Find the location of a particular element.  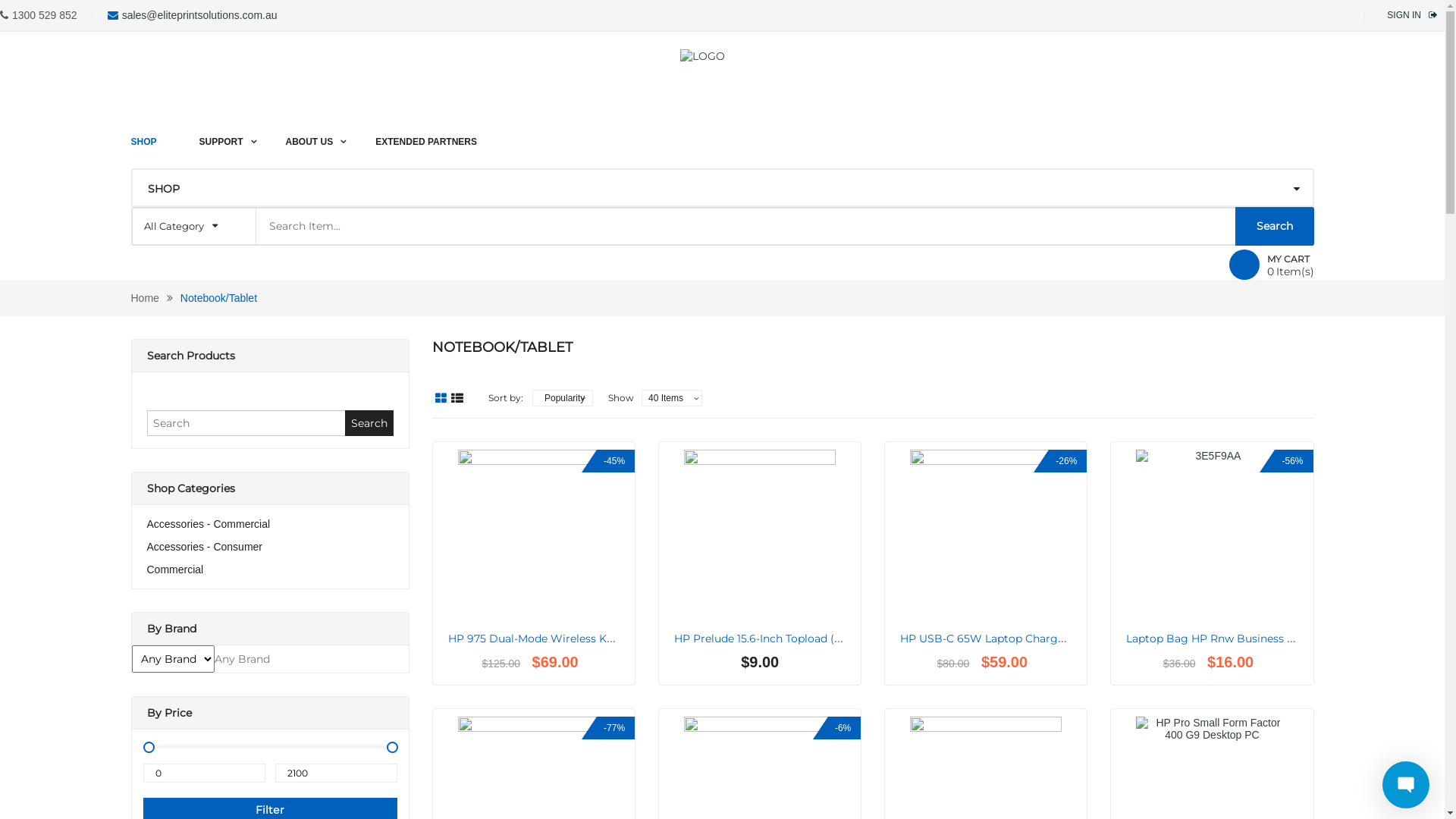

'Commercial' is located at coordinates (175, 570).